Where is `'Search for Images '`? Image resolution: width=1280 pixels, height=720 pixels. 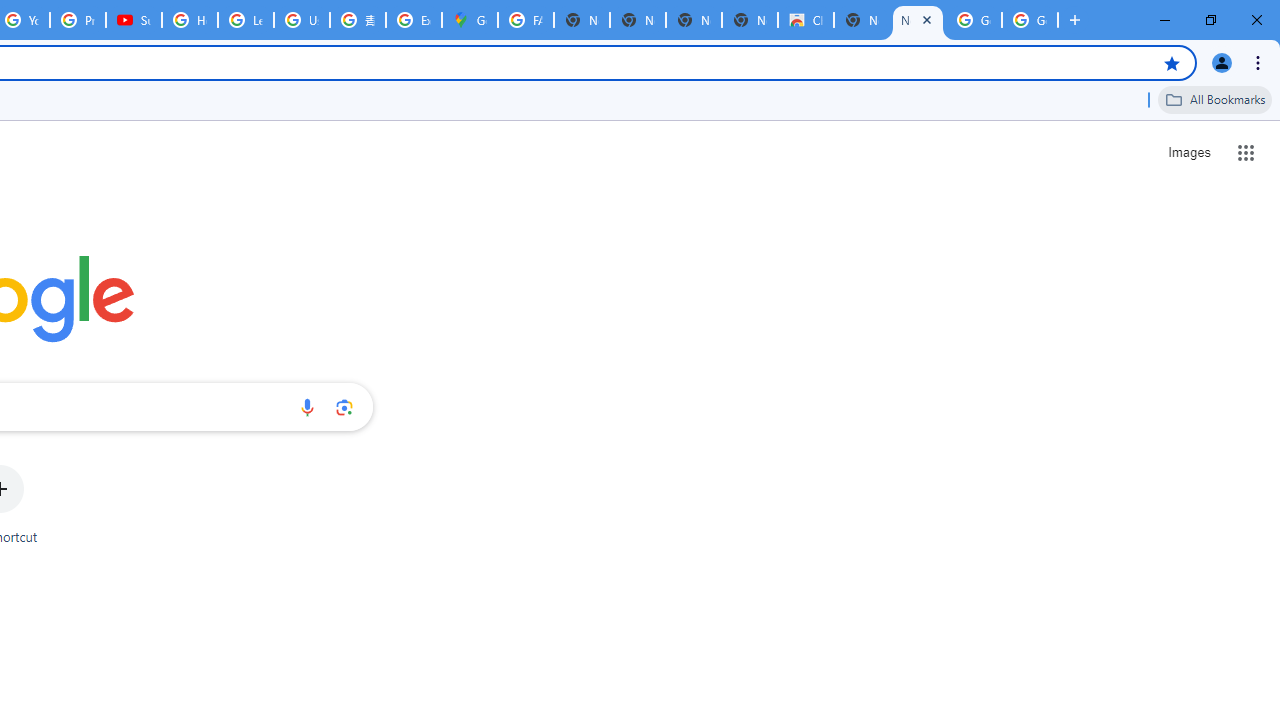 'Search for Images ' is located at coordinates (1189, 152).